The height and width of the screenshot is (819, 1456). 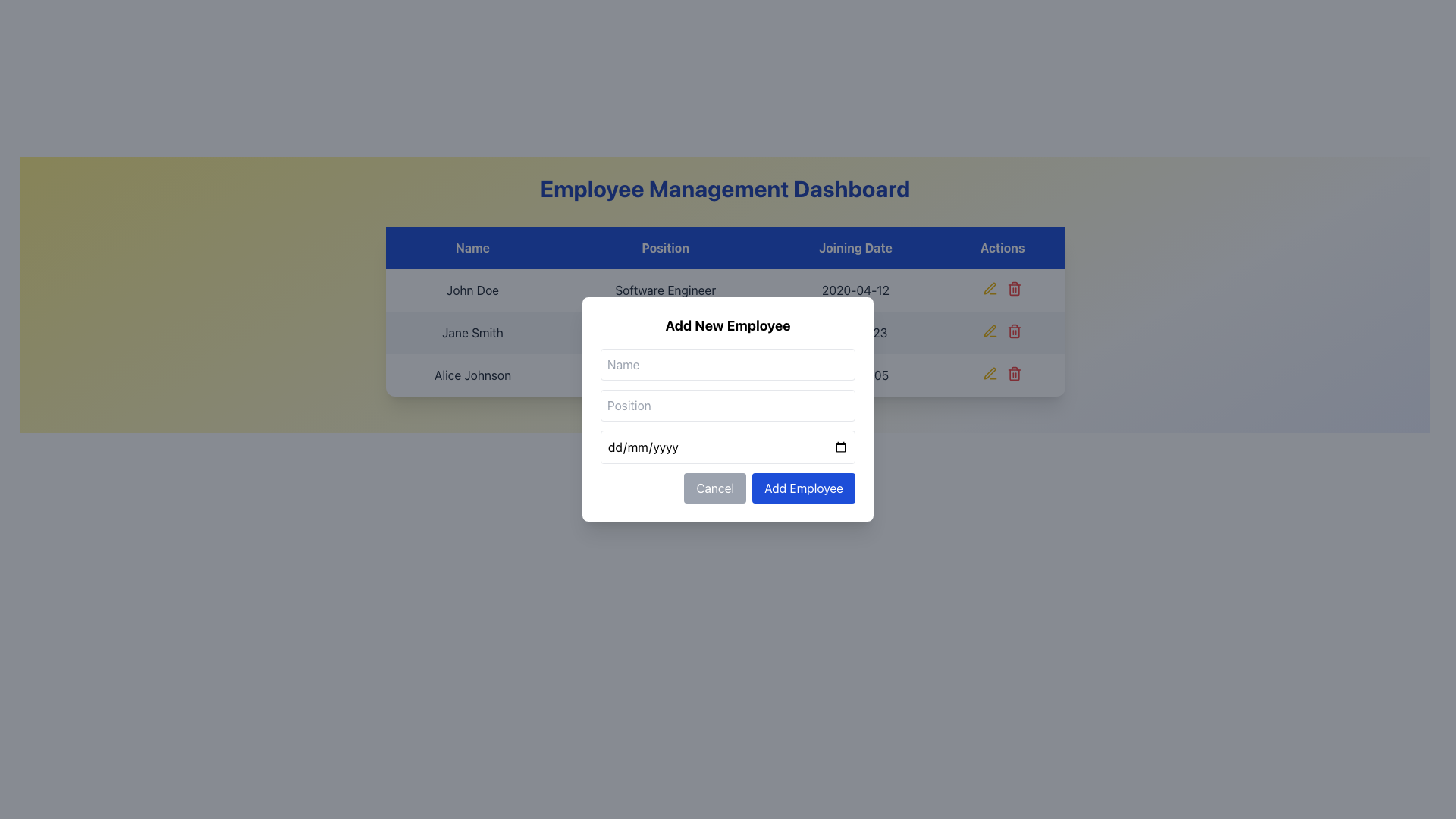 I want to click on the 'Cancel' button located at the bottom-left corner of the modal, which dismisses the modal without saving any changes, so click(x=714, y=488).